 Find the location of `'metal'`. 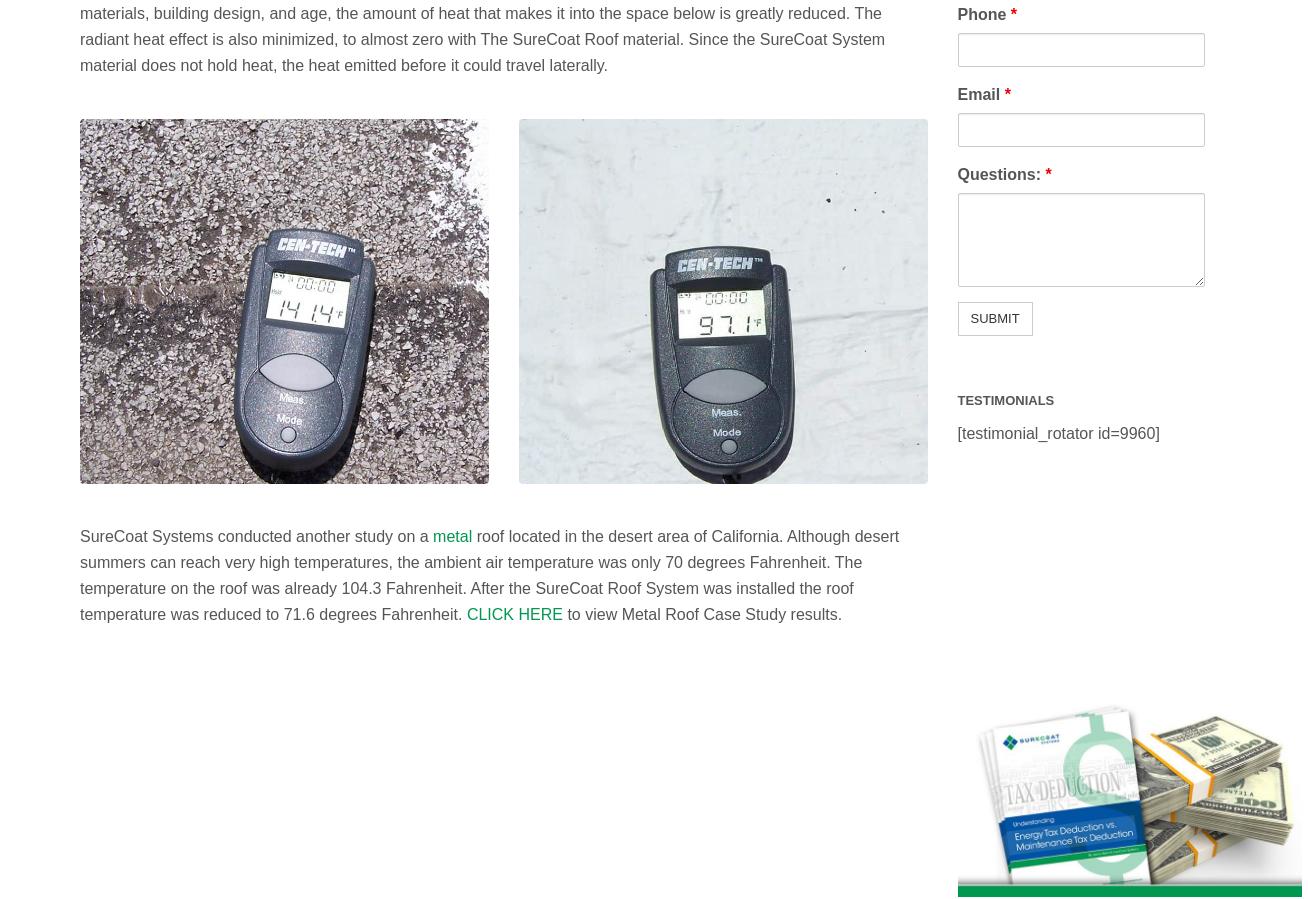

'metal' is located at coordinates (451, 535).